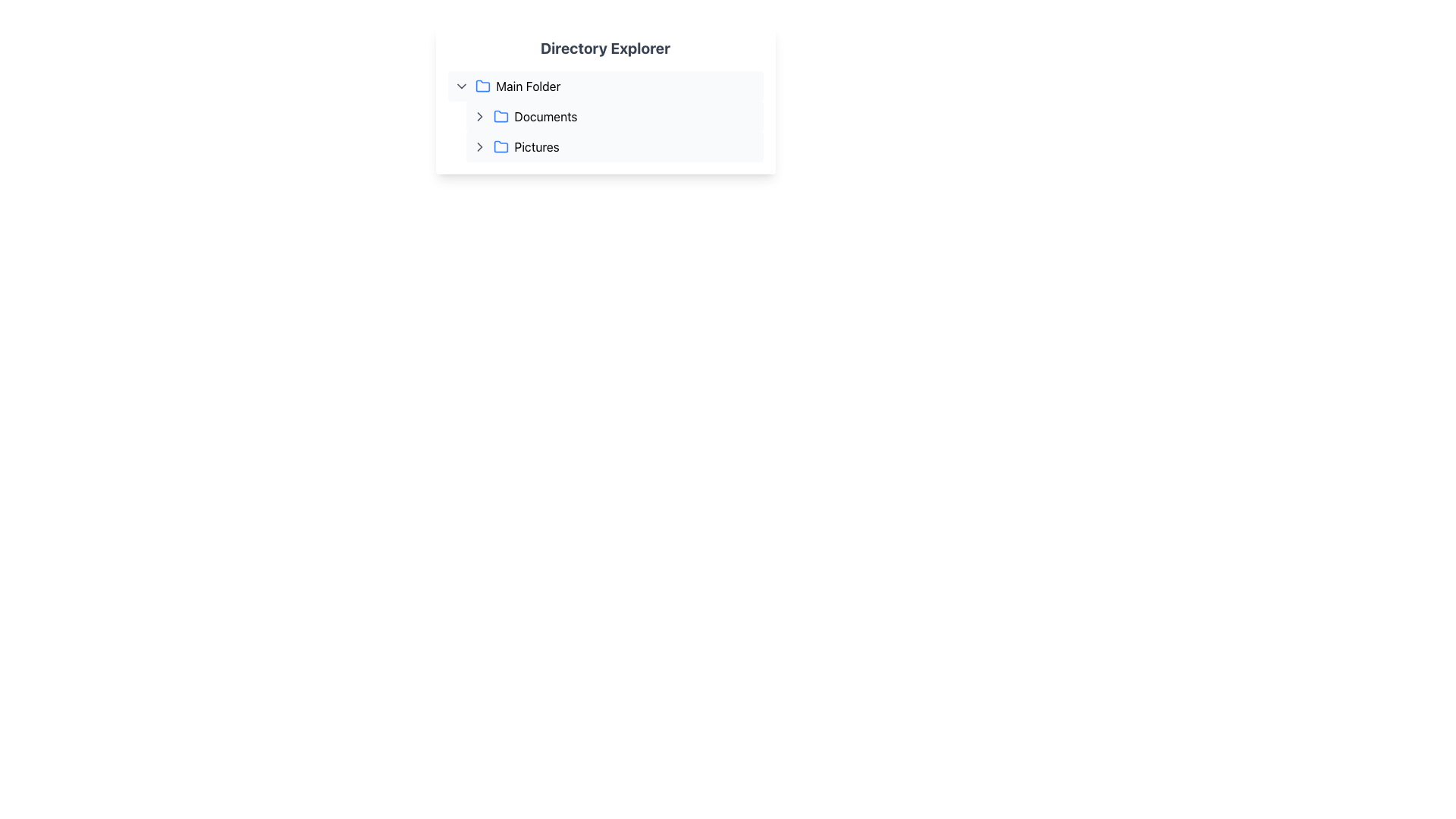  Describe the element at coordinates (460, 86) in the screenshot. I see `the Chevron-down icon` at that location.